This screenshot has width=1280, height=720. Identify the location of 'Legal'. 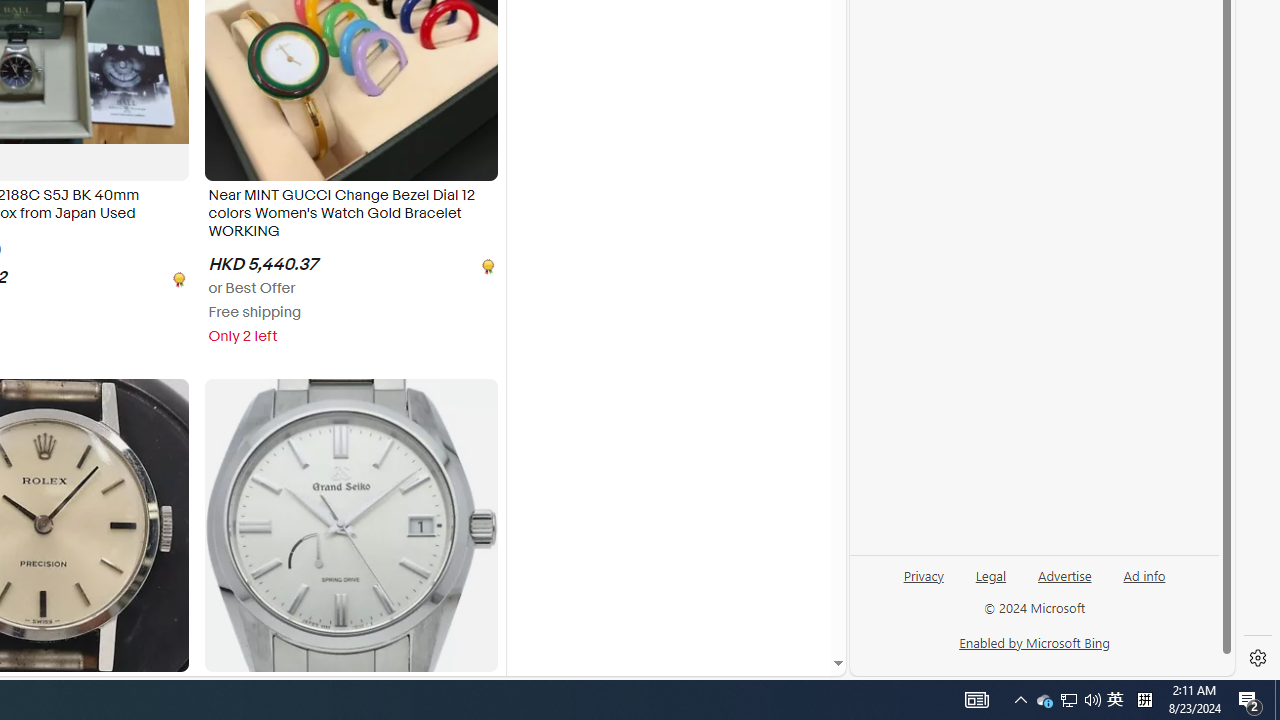
(990, 583).